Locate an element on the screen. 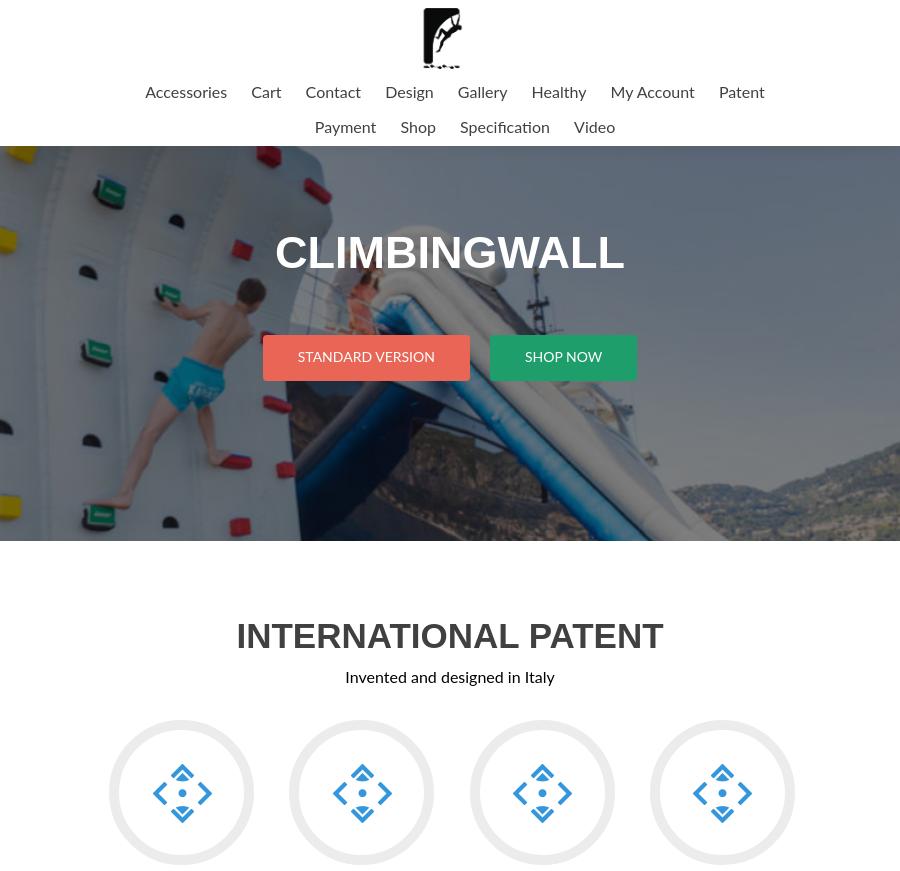 The width and height of the screenshot is (900, 871). 'Patent' is located at coordinates (739, 92).